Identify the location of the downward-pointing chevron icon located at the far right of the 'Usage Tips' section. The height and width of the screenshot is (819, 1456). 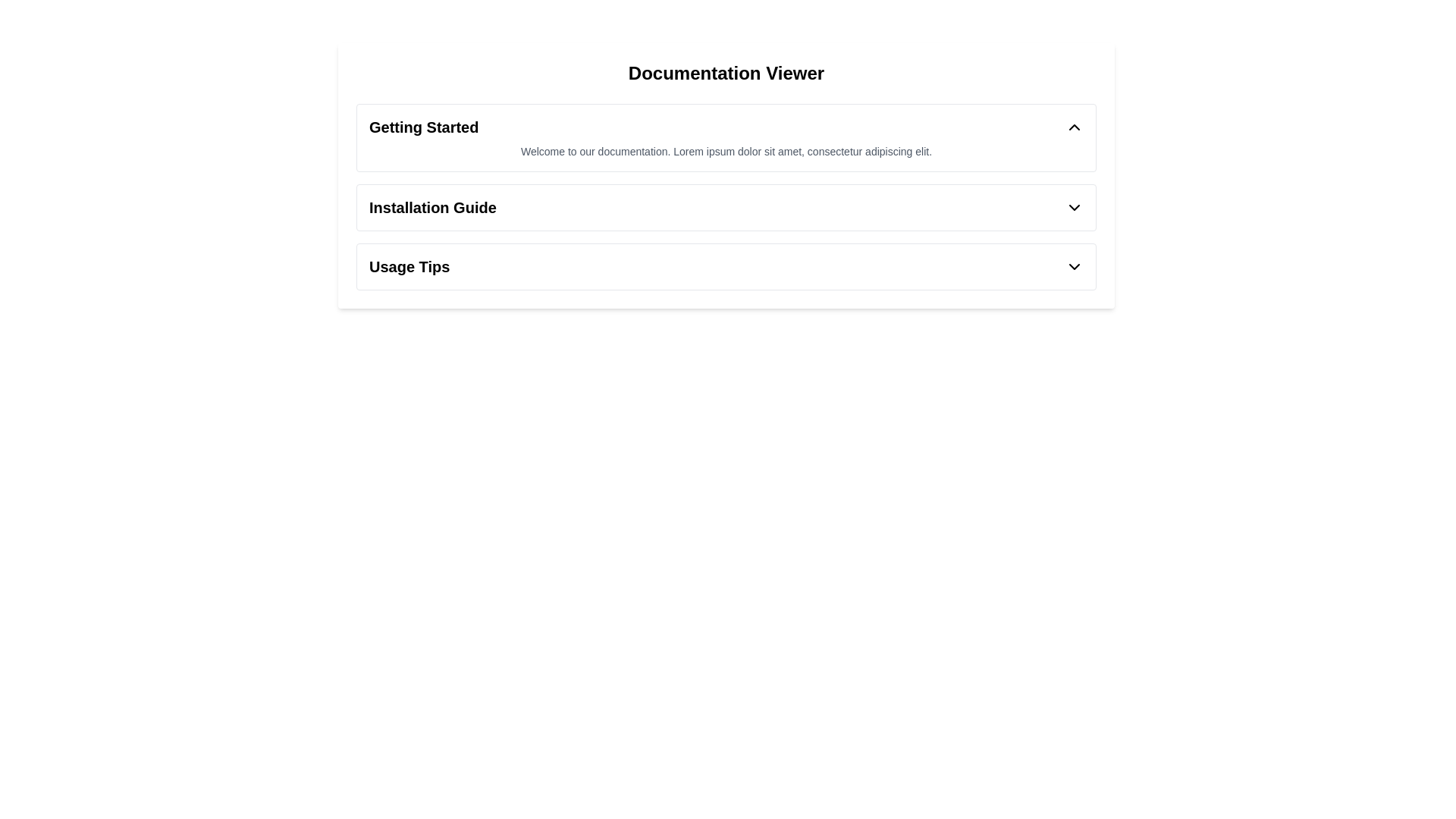
(1073, 265).